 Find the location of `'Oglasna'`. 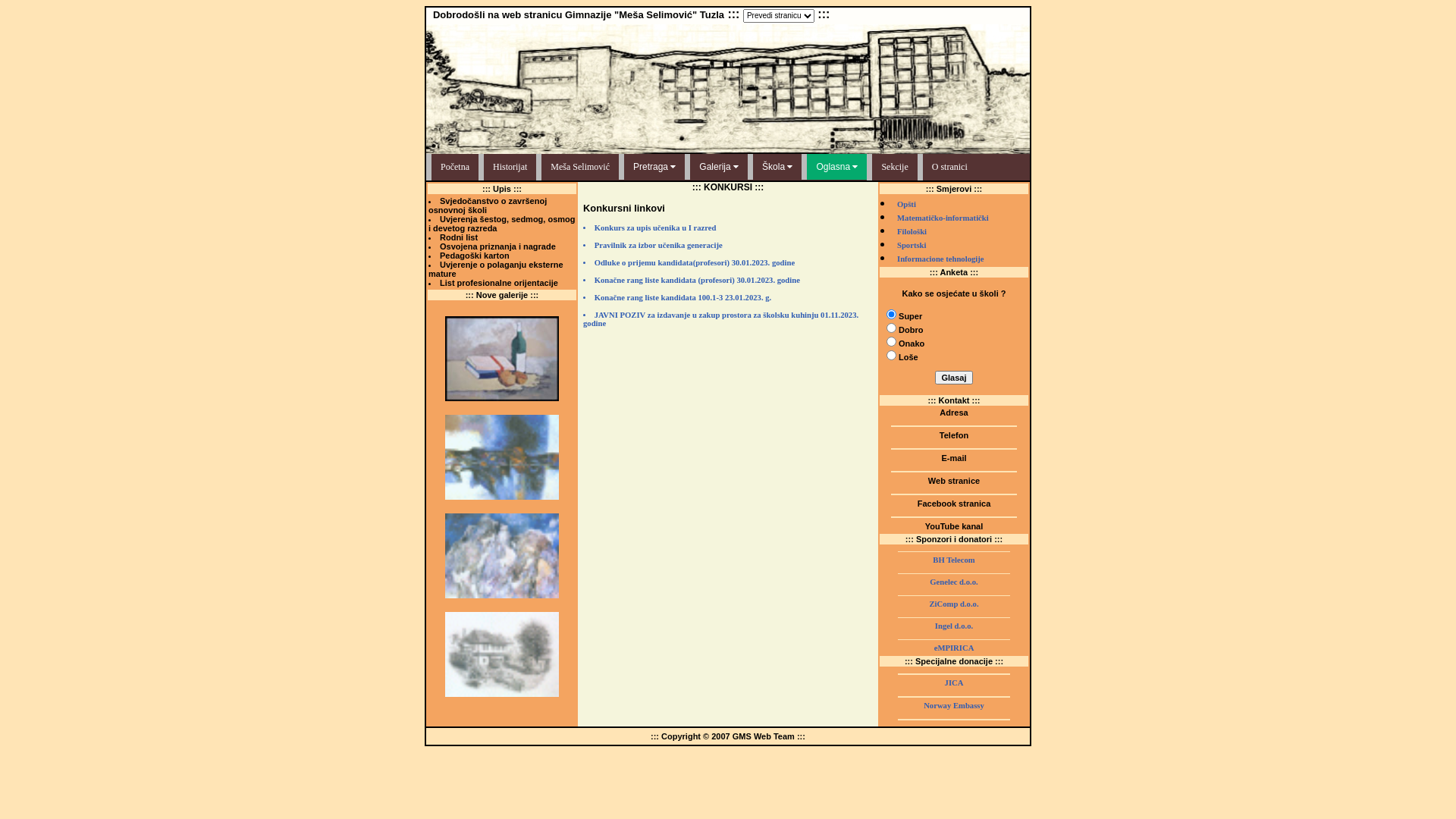

'Oglasna' is located at coordinates (836, 166).